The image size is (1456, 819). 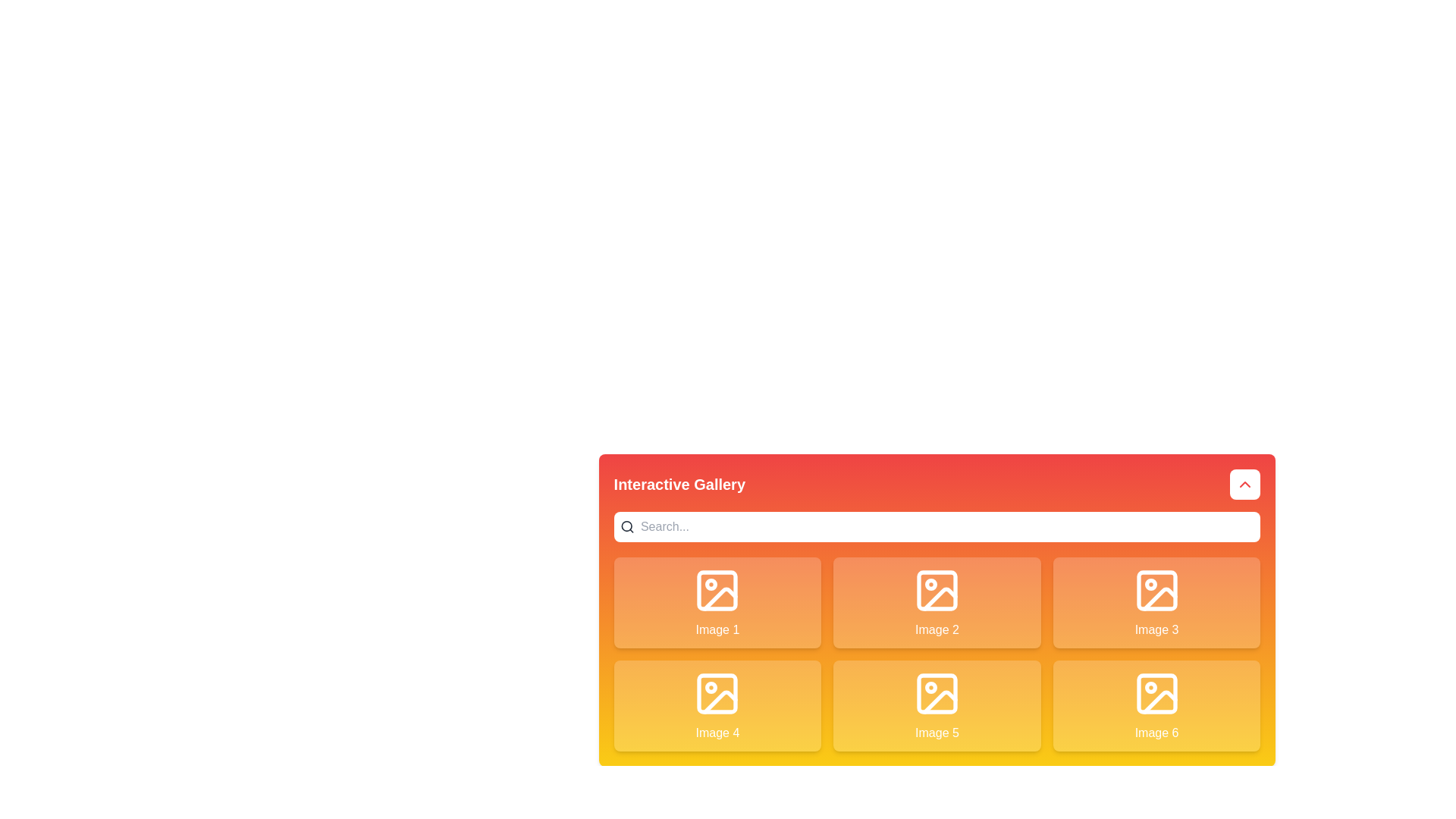 I want to click on the third card representing 'Image 3' in the grid layout, so click(x=1156, y=601).